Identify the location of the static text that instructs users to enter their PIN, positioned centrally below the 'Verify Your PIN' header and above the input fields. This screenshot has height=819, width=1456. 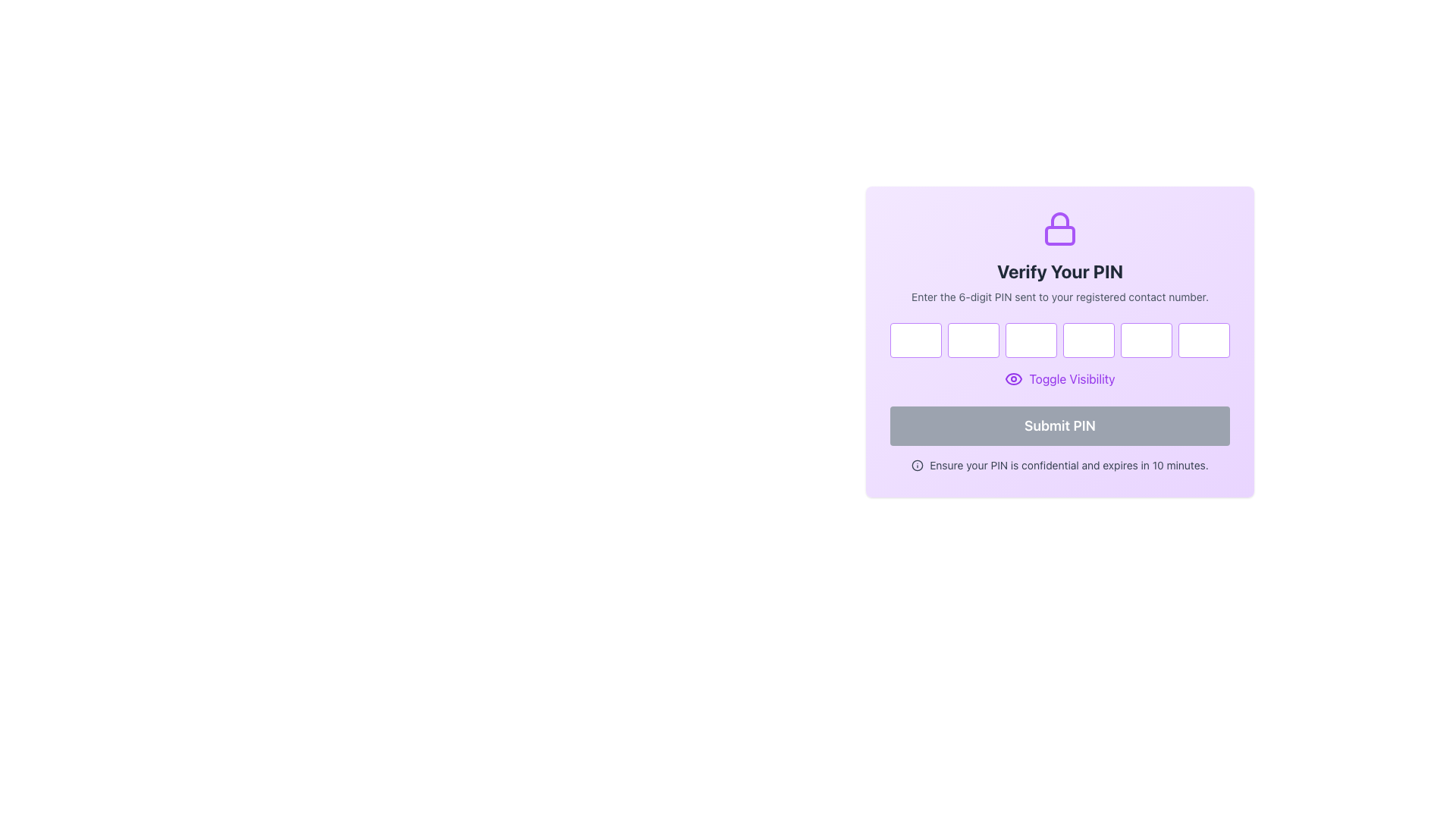
(1059, 297).